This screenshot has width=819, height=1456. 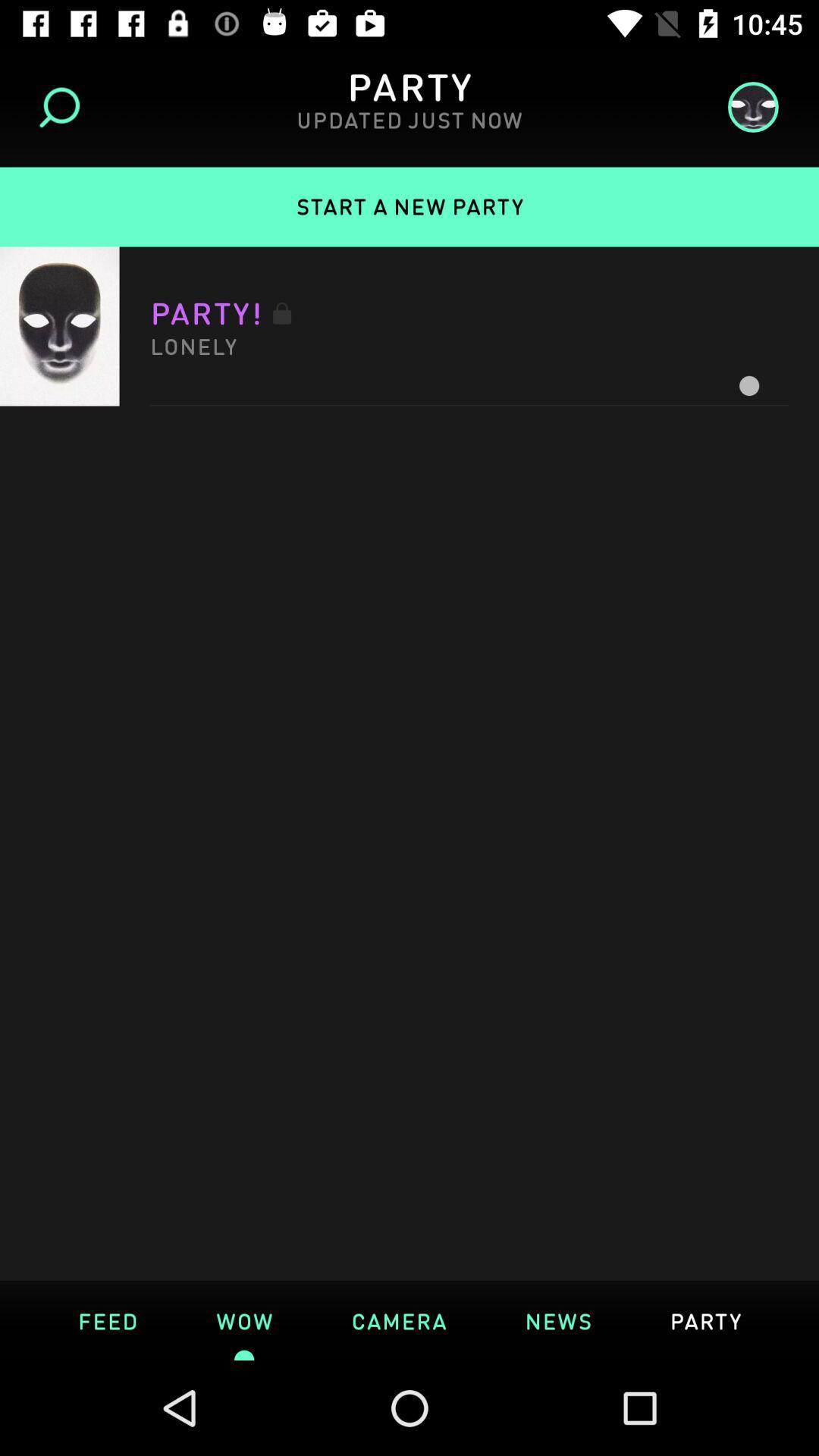 I want to click on option beside feed, so click(x=243, y=1319).